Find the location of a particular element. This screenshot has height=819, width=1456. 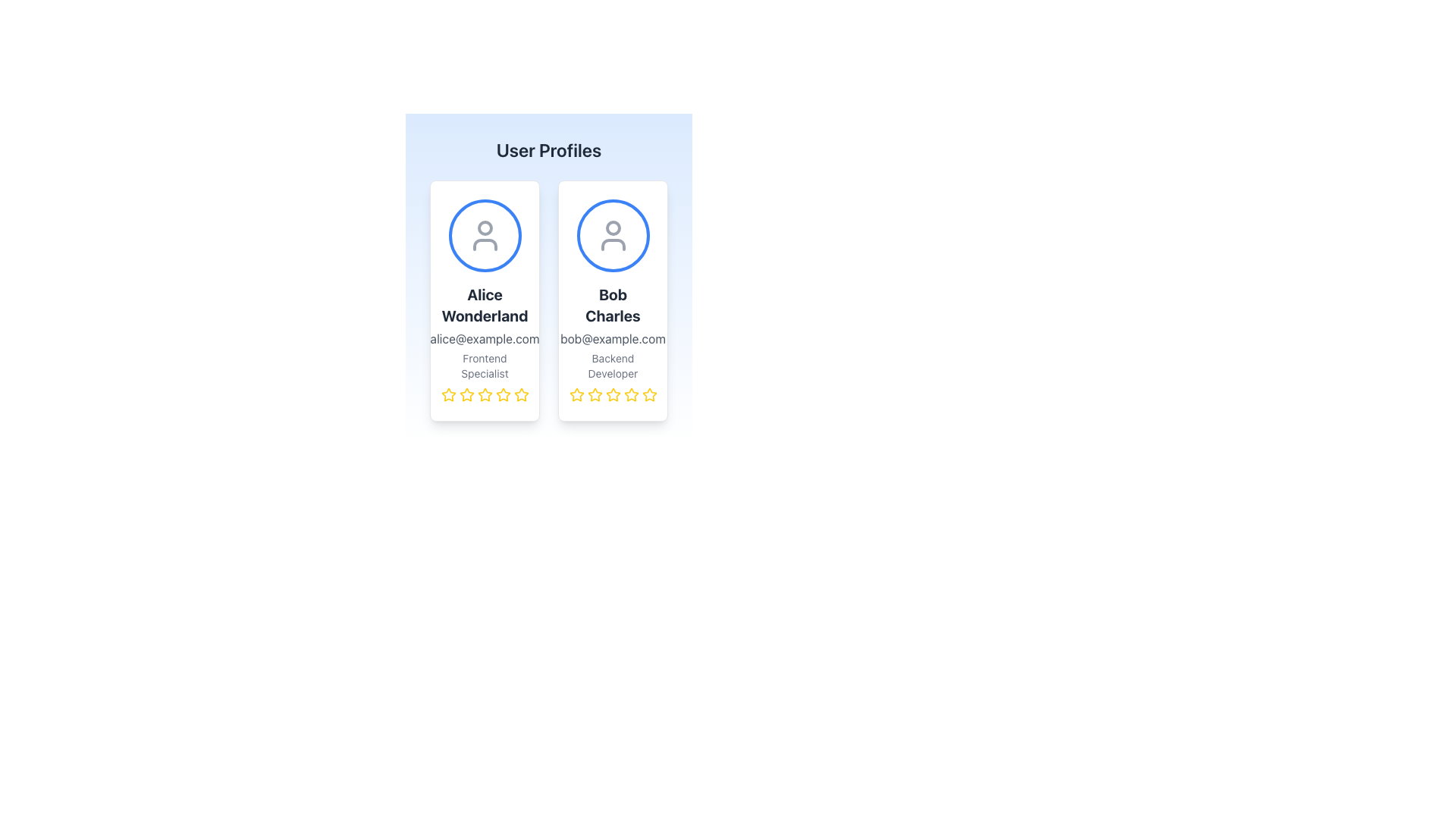

the fourth star icon in the rating system under Alice Wonderland's profile is located at coordinates (484, 394).